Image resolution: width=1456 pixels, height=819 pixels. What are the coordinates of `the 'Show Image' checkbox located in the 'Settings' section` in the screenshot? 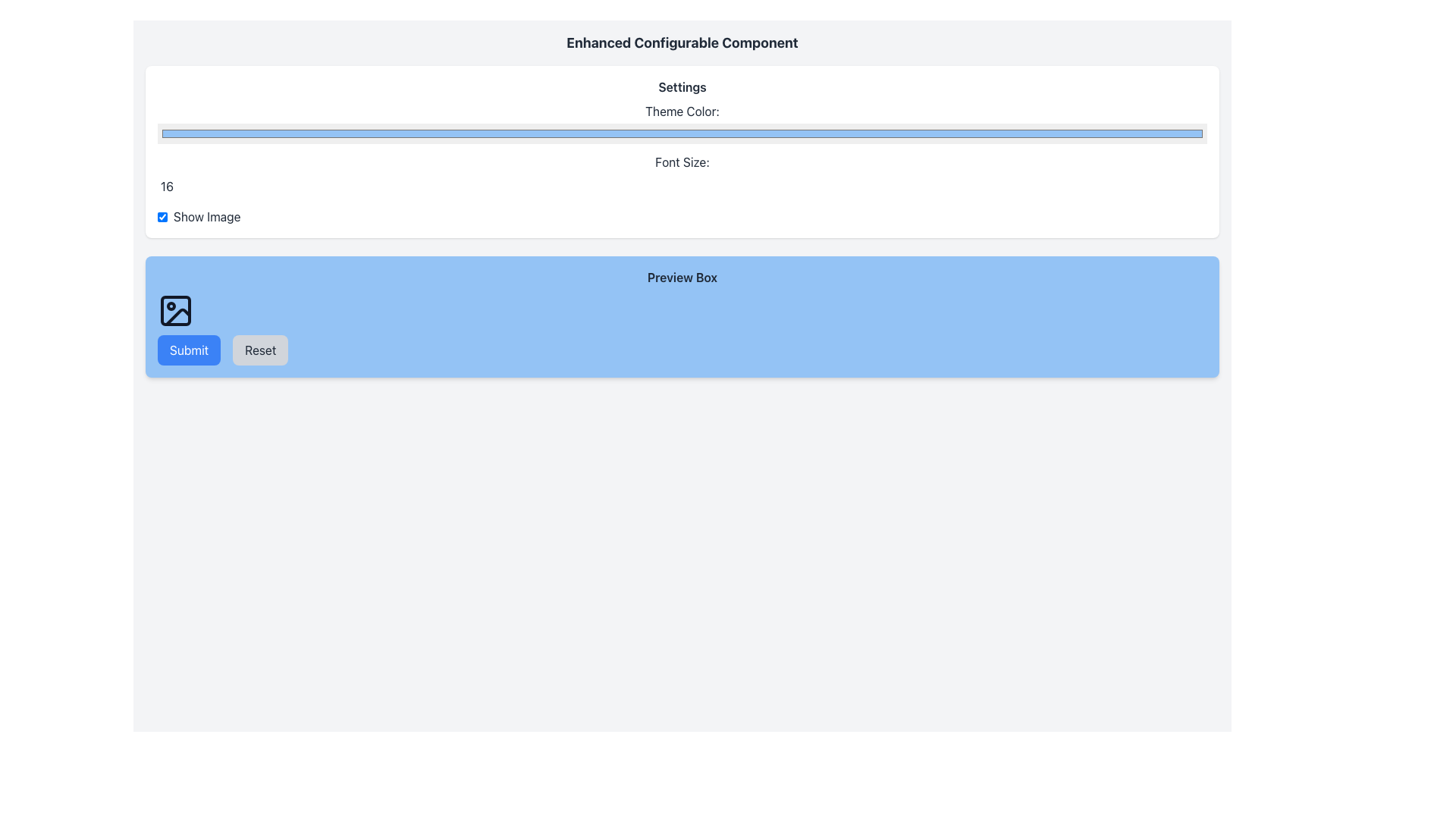 It's located at (162, 216).